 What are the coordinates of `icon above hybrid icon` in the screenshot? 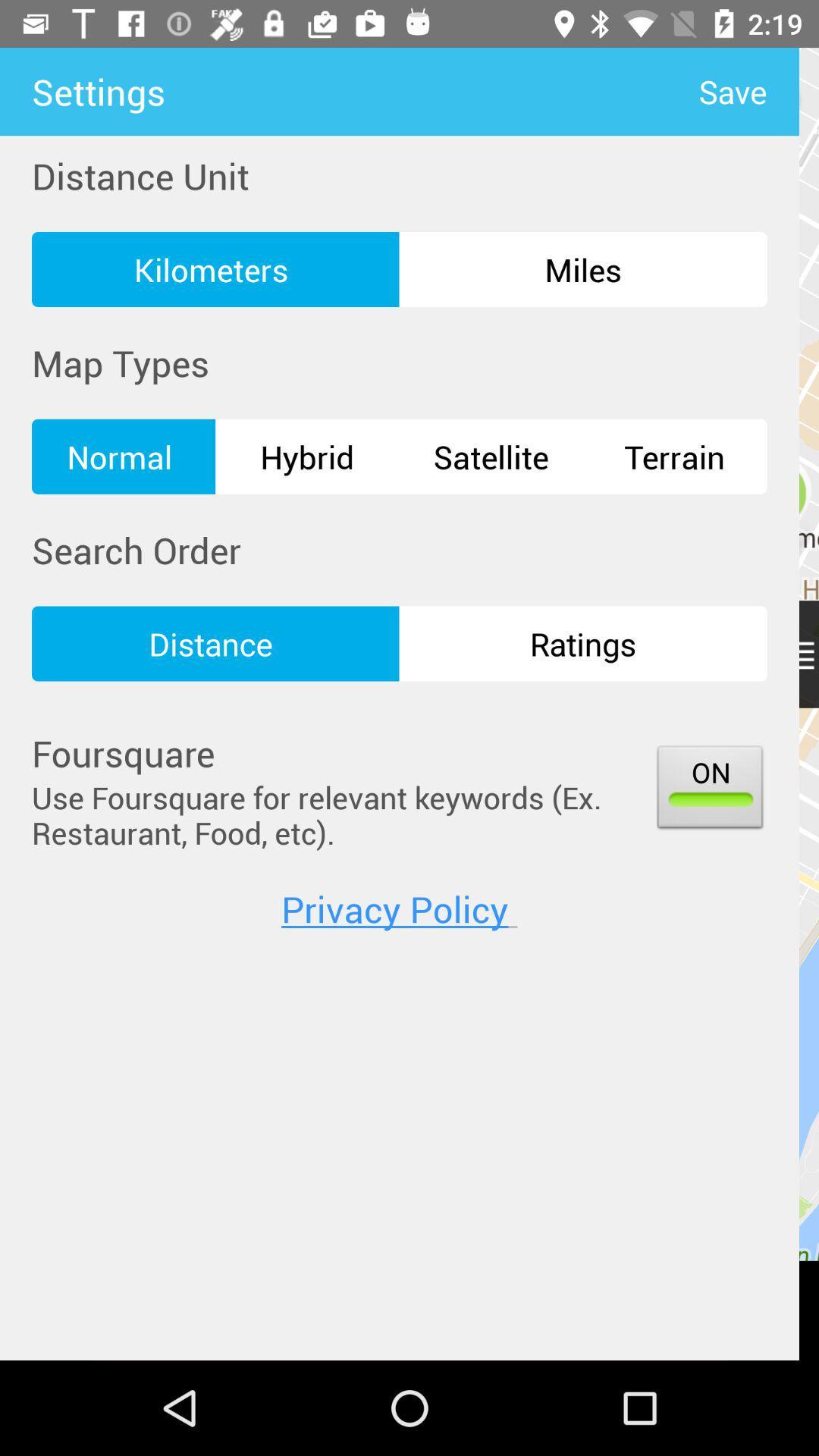 It's located at (582, 269).